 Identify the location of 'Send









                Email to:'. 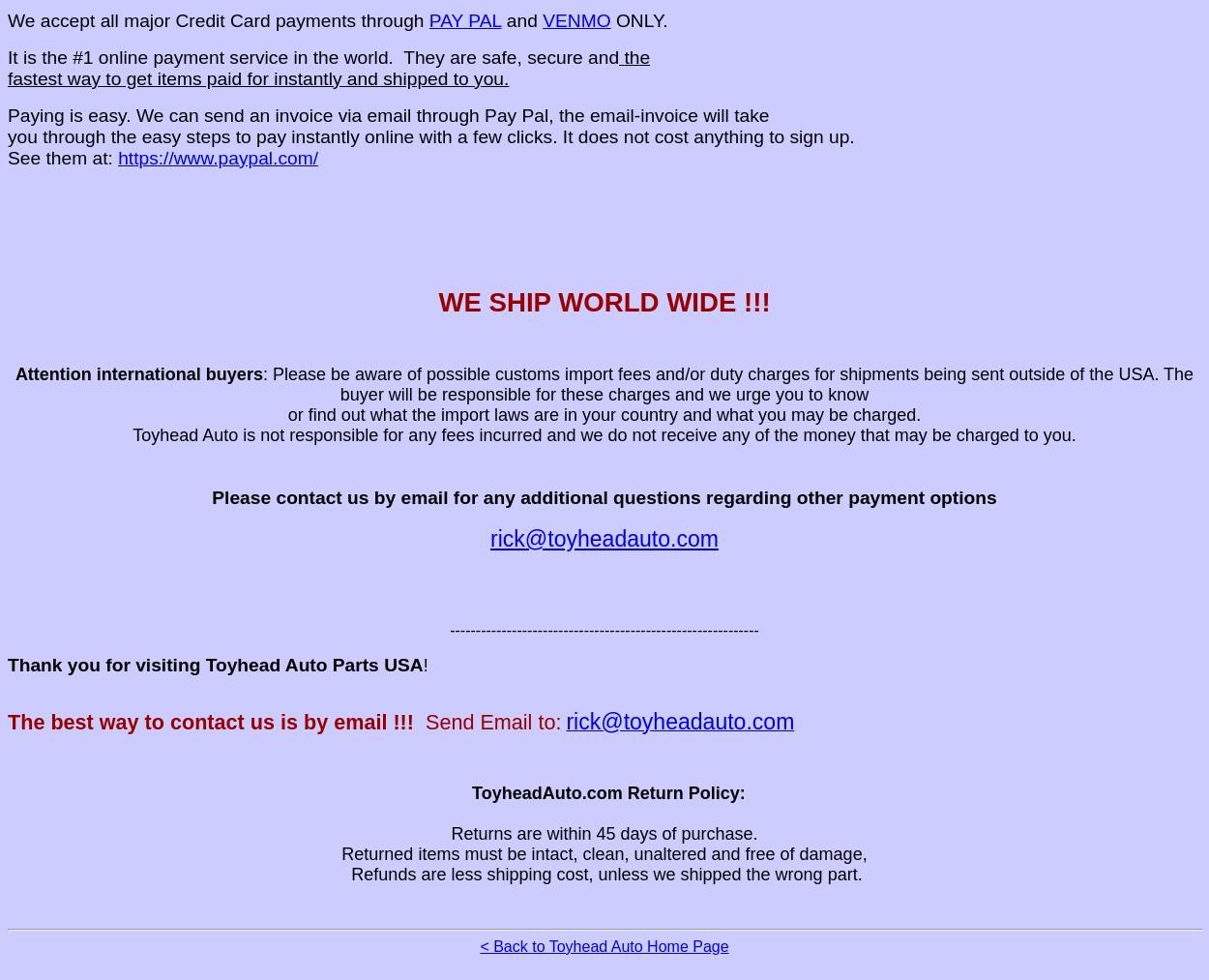
(492, 721).